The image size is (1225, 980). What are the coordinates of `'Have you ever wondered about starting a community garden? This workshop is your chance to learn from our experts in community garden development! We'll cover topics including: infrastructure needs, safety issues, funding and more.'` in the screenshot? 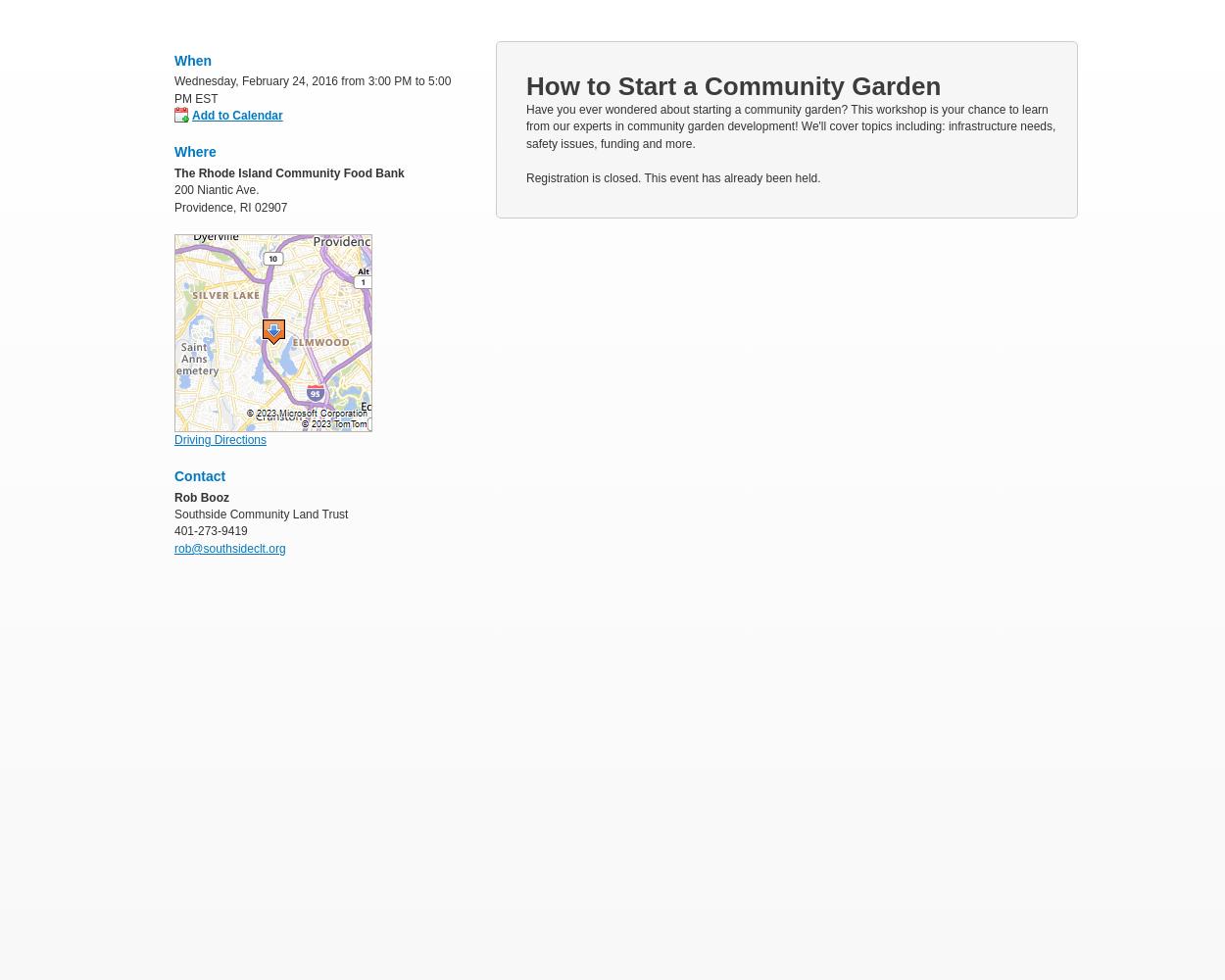 It's located at (790, 126).